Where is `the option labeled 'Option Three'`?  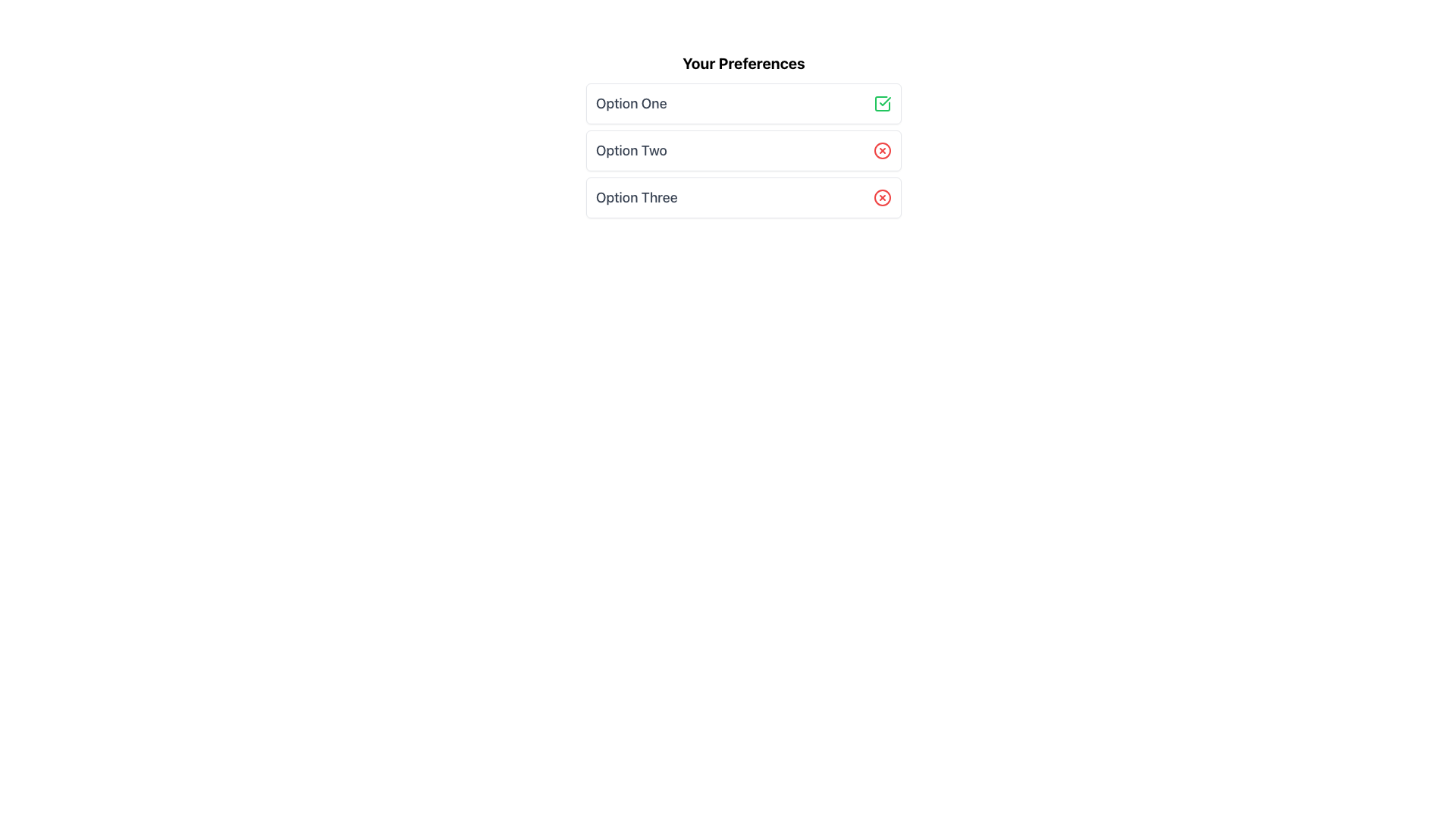
the option labeled 'Option Three' is located at coordinates (743, 197).